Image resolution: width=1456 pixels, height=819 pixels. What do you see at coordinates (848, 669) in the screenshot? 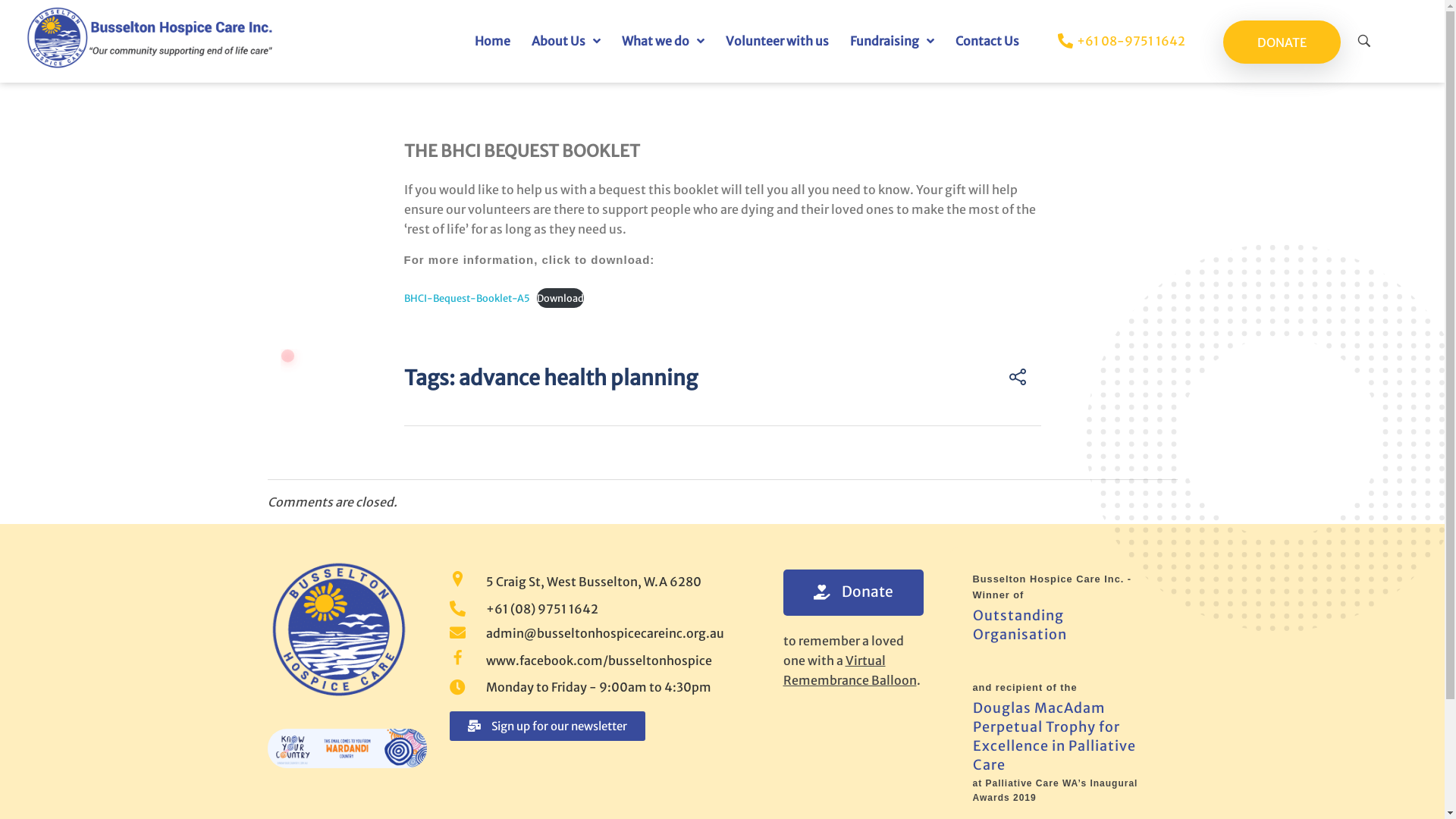
I see `'Virtual Remembrance Balloon'` at bounding box center [848, 669].